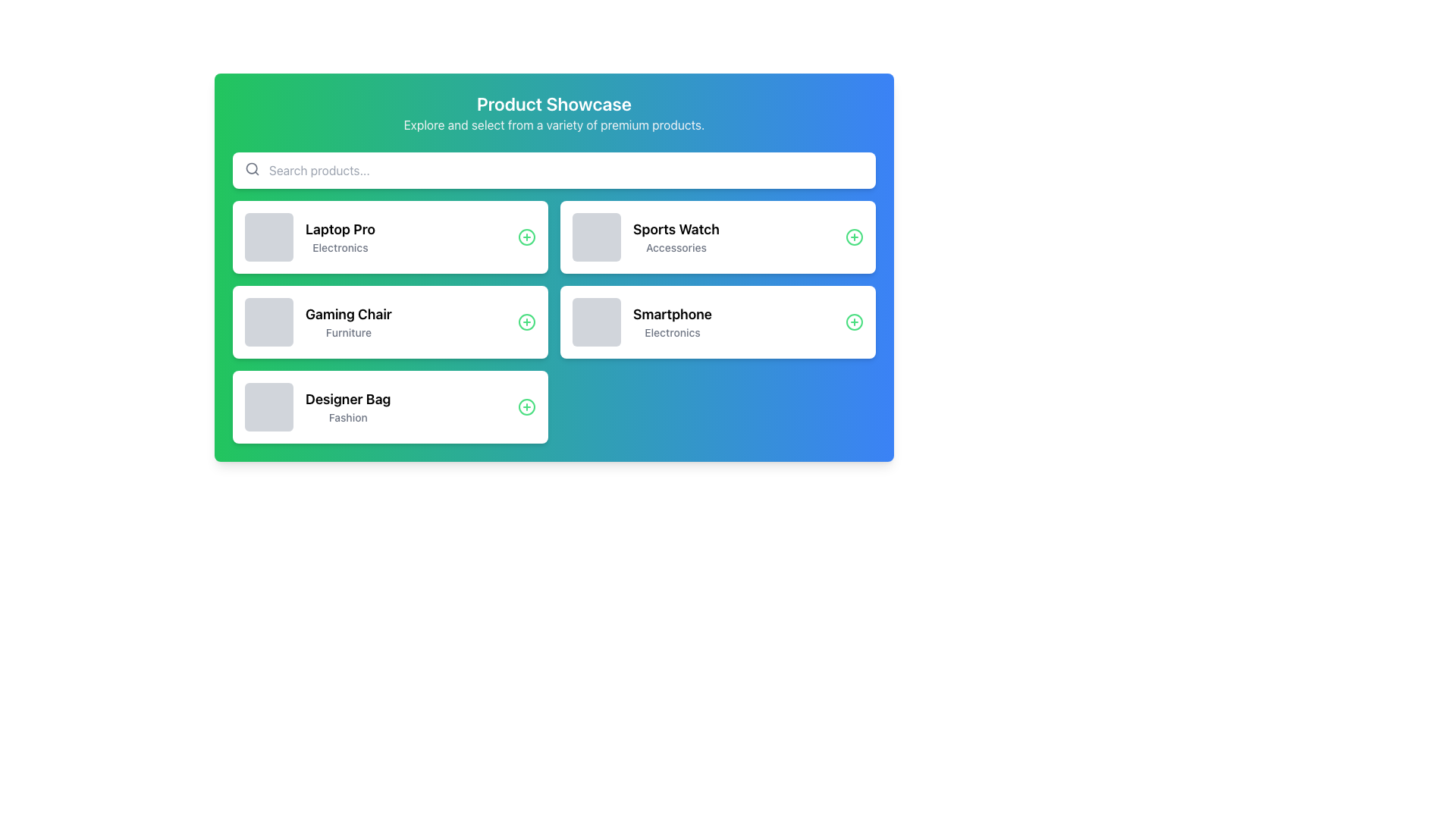  I want to click on the circular outline component of the plus icon located in the bottom-right corner of the second card under the 'Gaming Chair' title, so click(527, 321).